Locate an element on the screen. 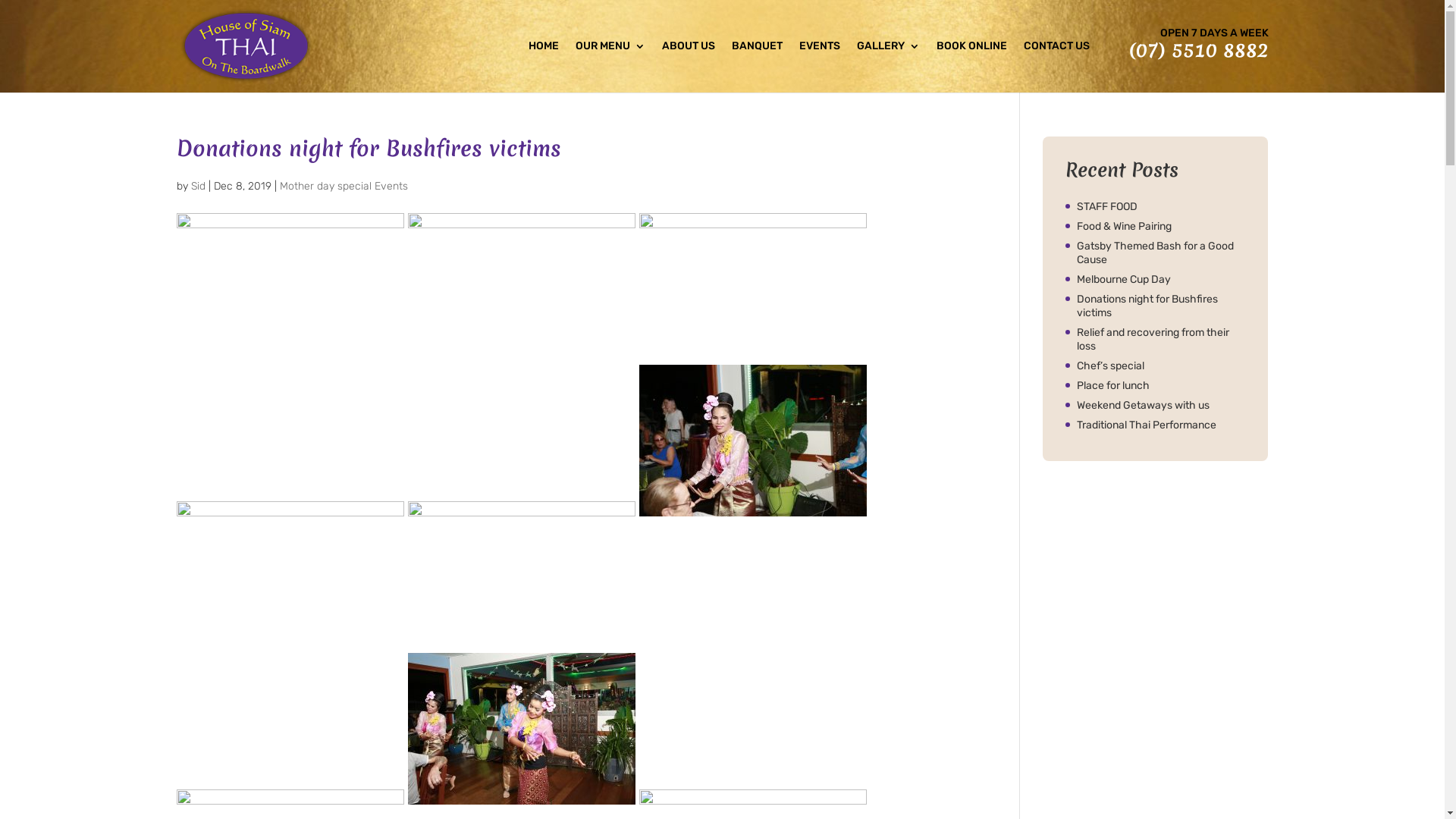 This screenshot has height=819, width=1456. 'Sid' is located at coordinates (190, 185).